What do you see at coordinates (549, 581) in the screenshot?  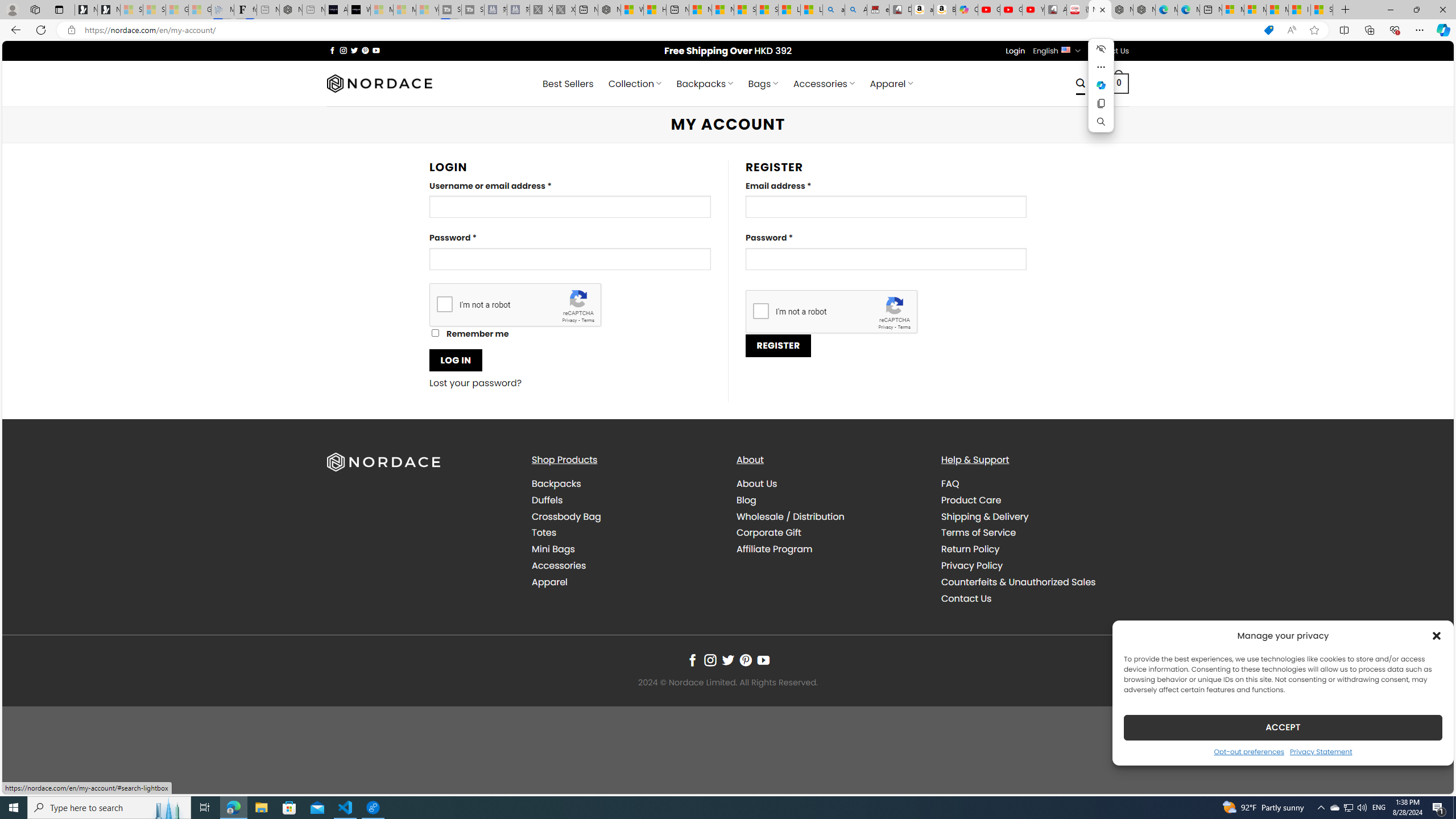 I see `'Apparel'` at bounding box center [549, 581].